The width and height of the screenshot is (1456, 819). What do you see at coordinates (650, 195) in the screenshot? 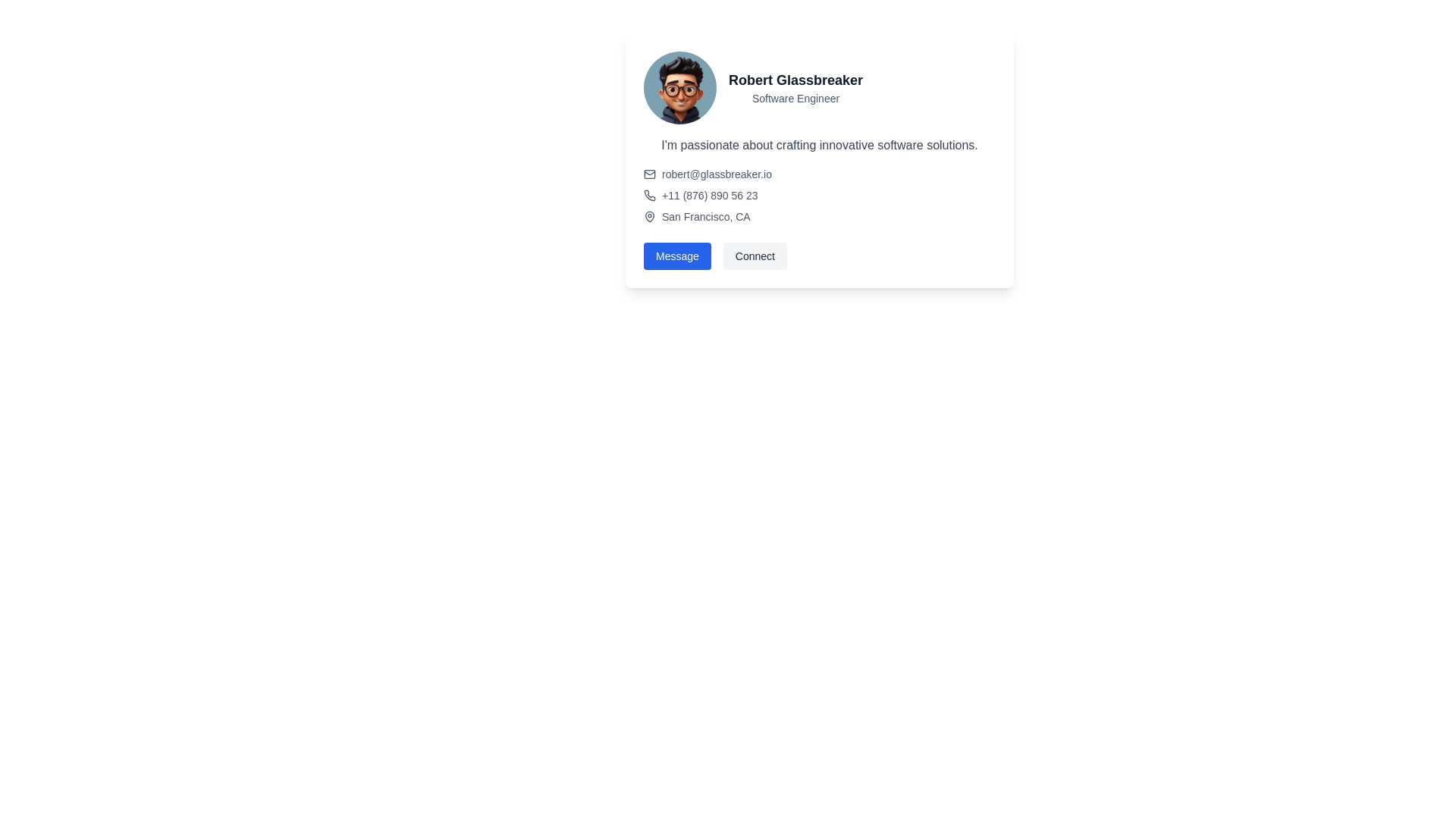
I see `the phone icon, which is a line art styled telephone receiver located to the left of the text '+11 (876) 890 56 23' within the profile card` at bounding box center [650, 195].